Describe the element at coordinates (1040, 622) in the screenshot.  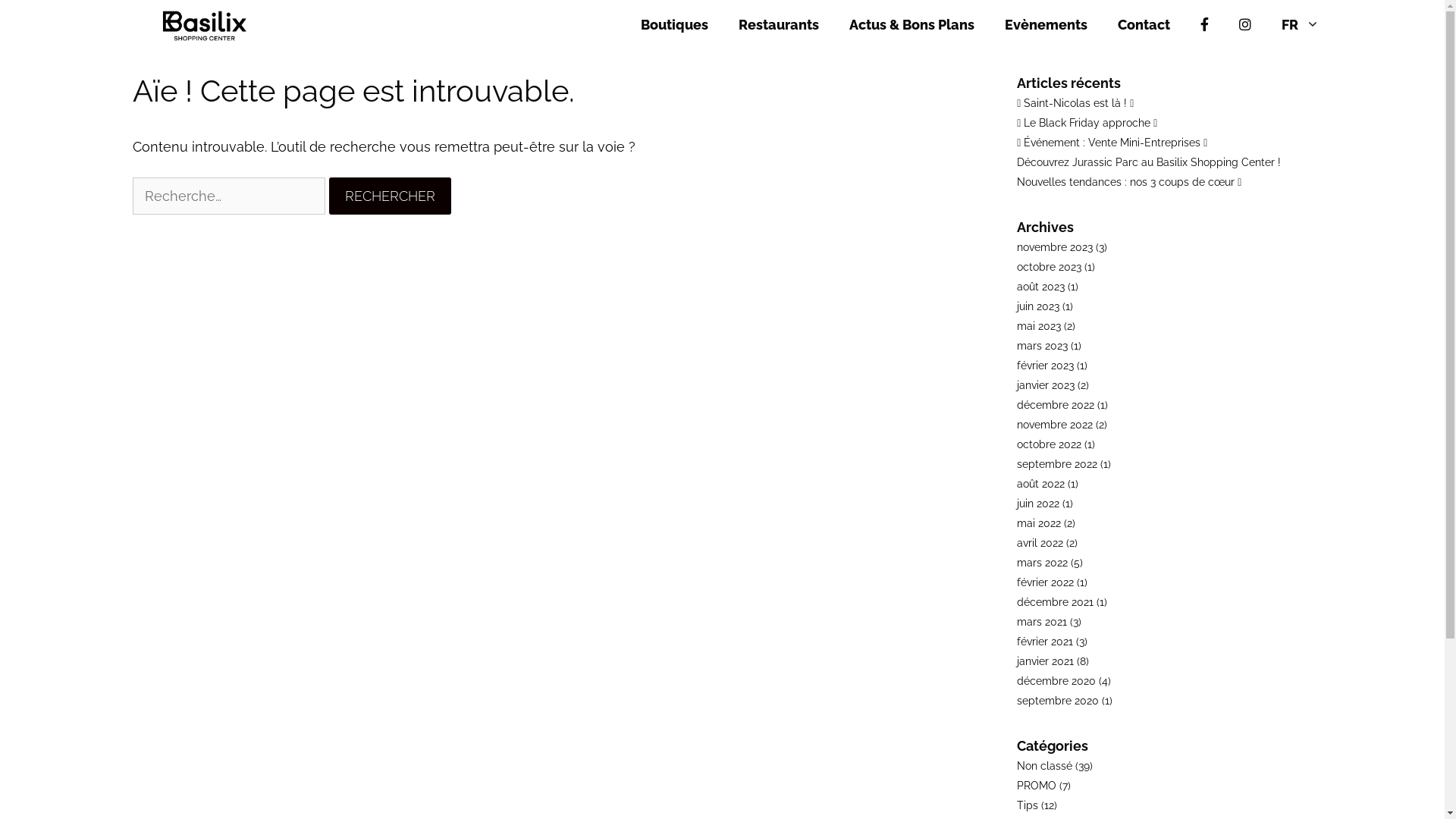
I see `'mars 2021'` at that location.